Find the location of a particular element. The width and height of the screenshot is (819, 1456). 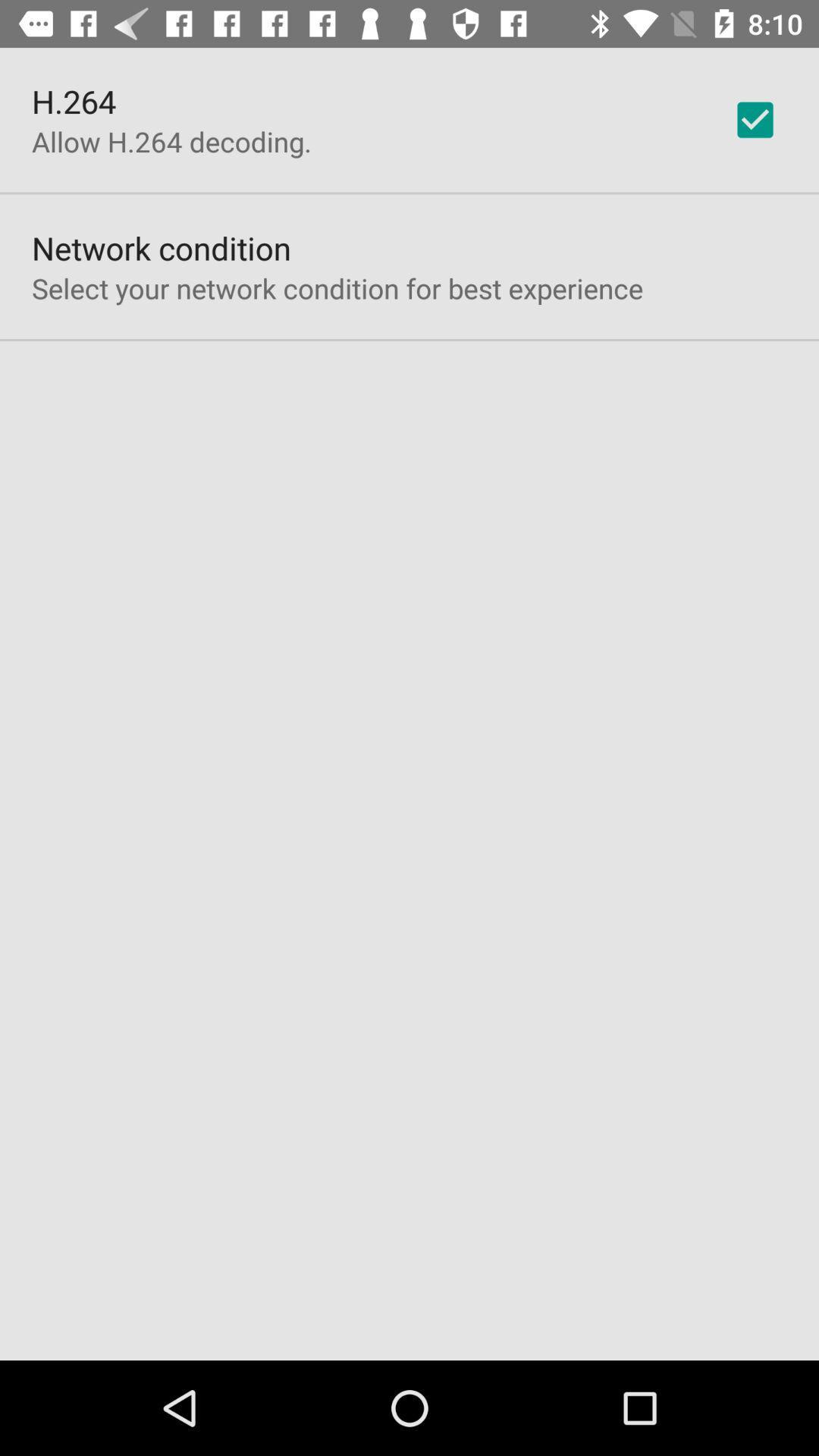

app next to the allow h 264 app is located at coordinates (755, 119).